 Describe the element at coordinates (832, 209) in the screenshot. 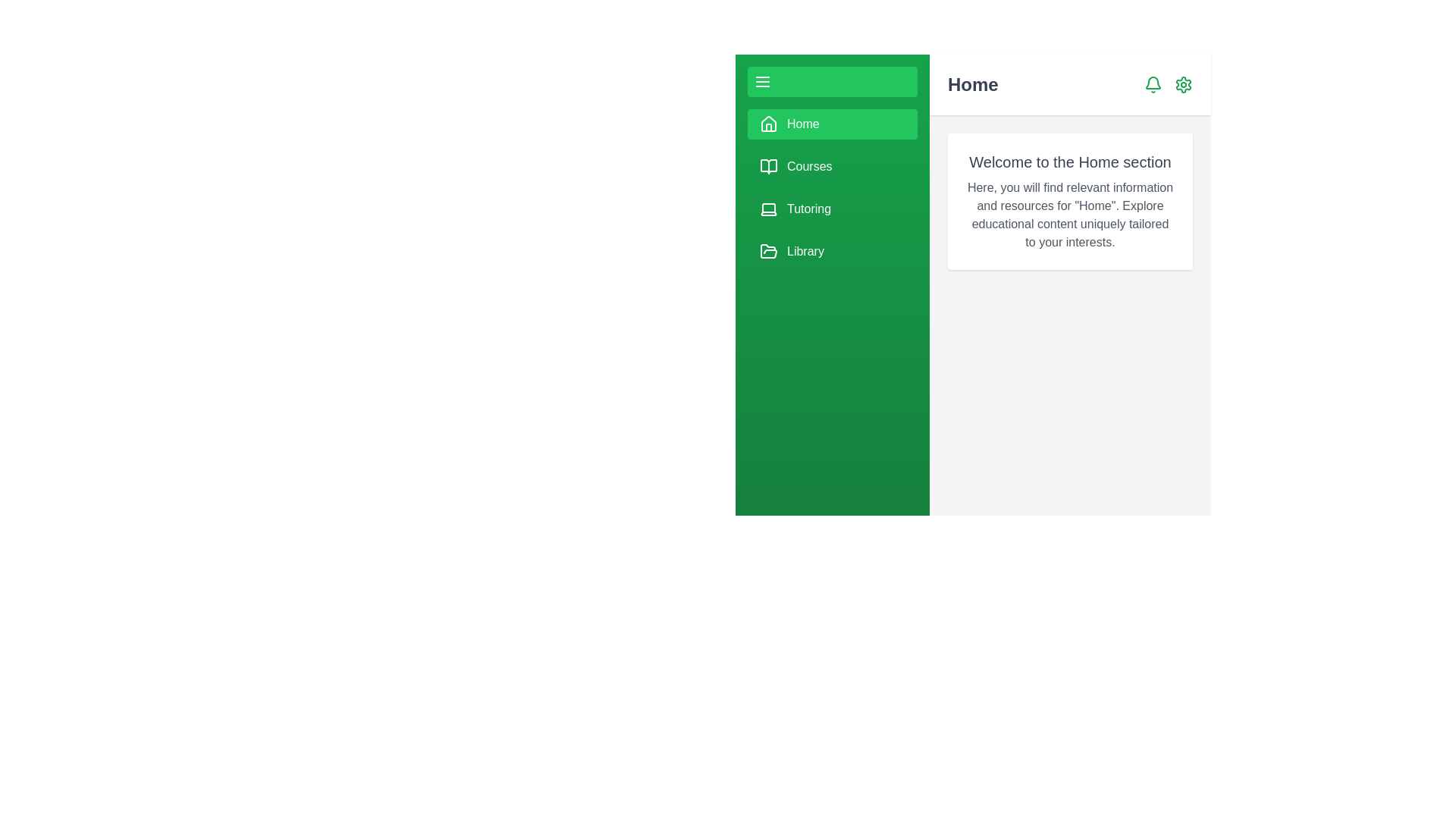

I see `the 'Tutoring' navigation button located in the left sidebar, which is the third item below 'Home' and 'Courses'` at that location.